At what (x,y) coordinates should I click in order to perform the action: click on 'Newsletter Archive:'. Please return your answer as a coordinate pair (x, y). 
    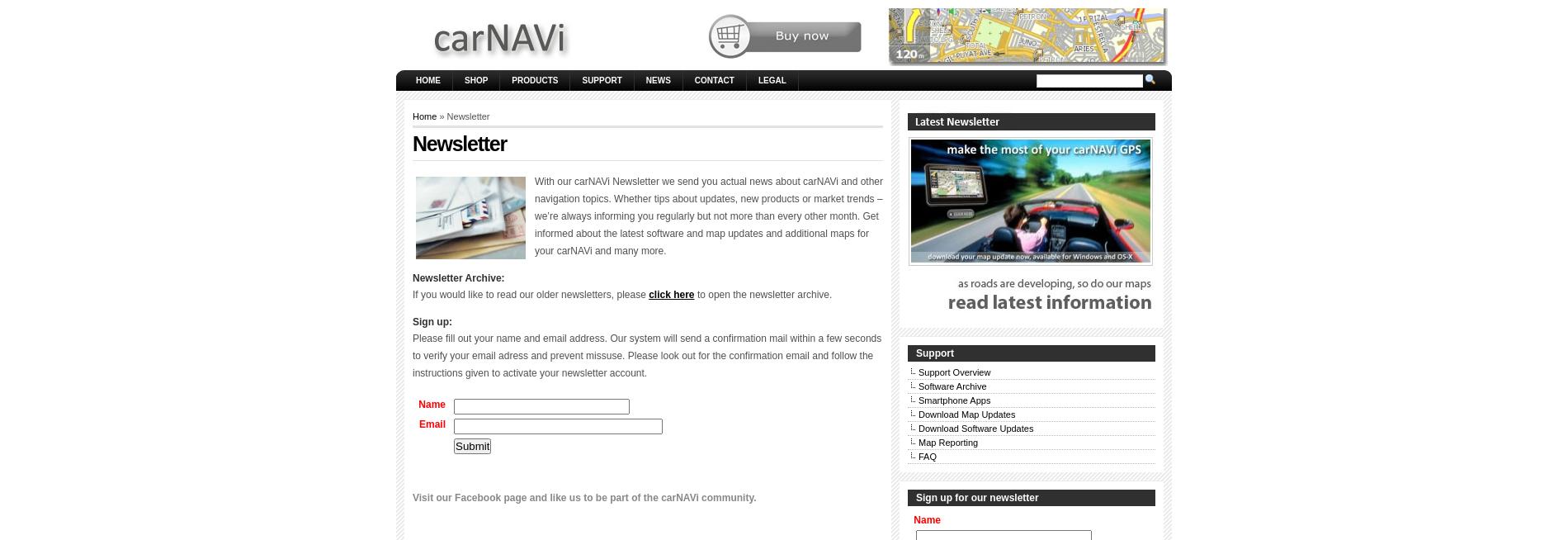
    Looking at the image, I should click on (458, 277).